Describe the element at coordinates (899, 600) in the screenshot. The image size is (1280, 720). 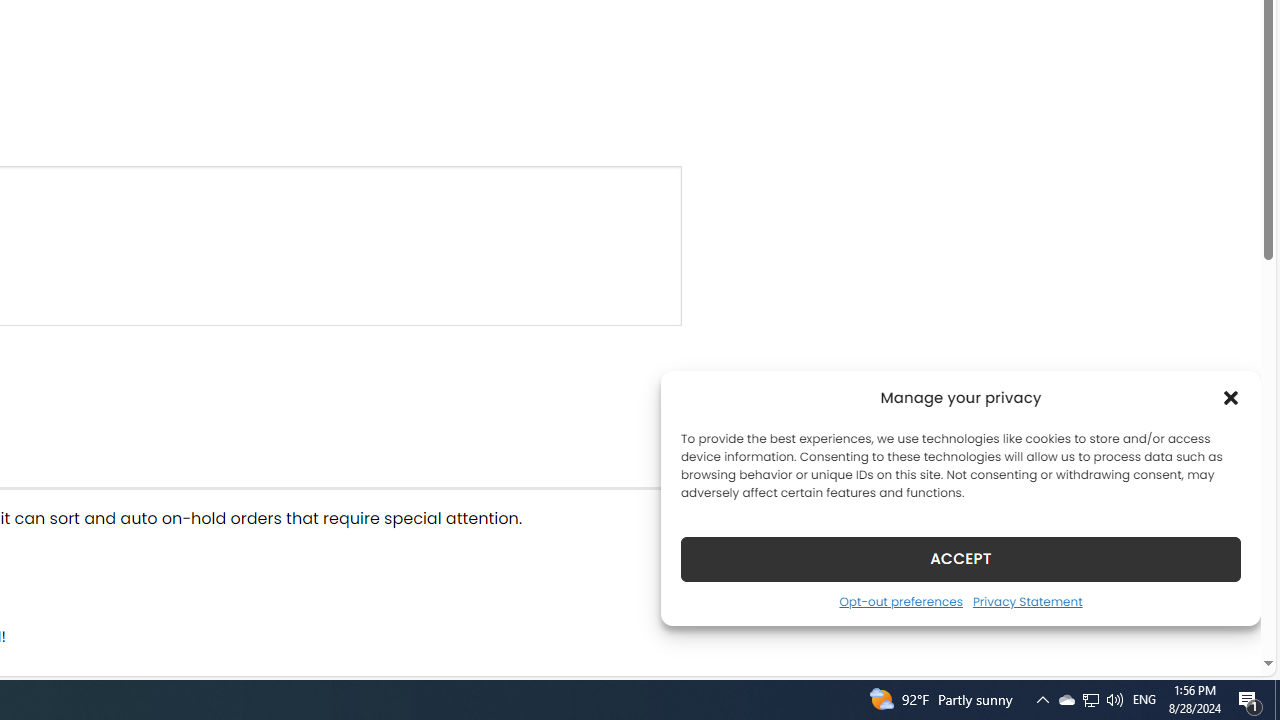
I see `'Opt-out preferences'` at that location.